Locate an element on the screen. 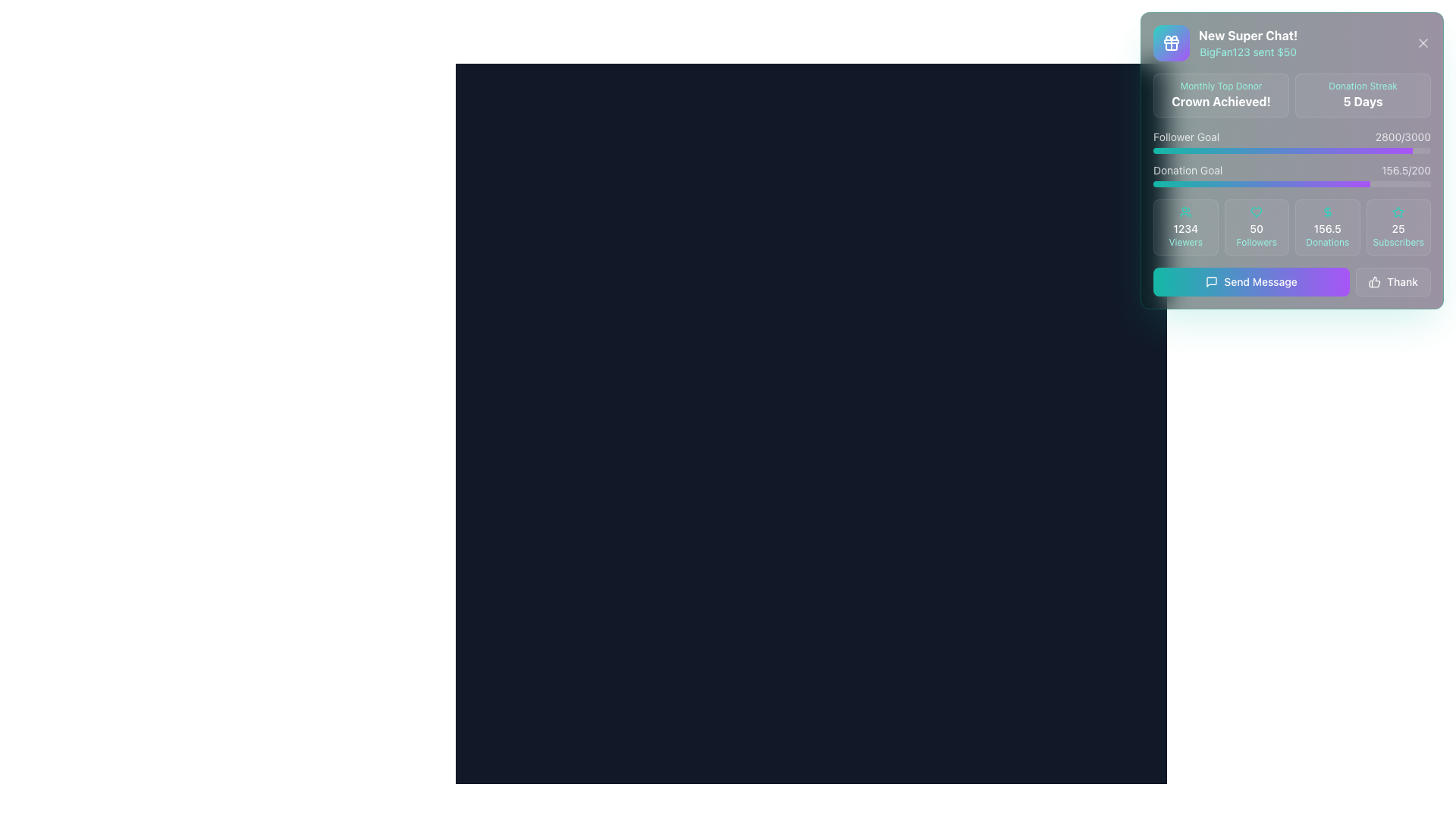  the Notification banner that highlights noteworthy super chat notifications, displaying the user and amount sent is located at coordinates (1225, 42).